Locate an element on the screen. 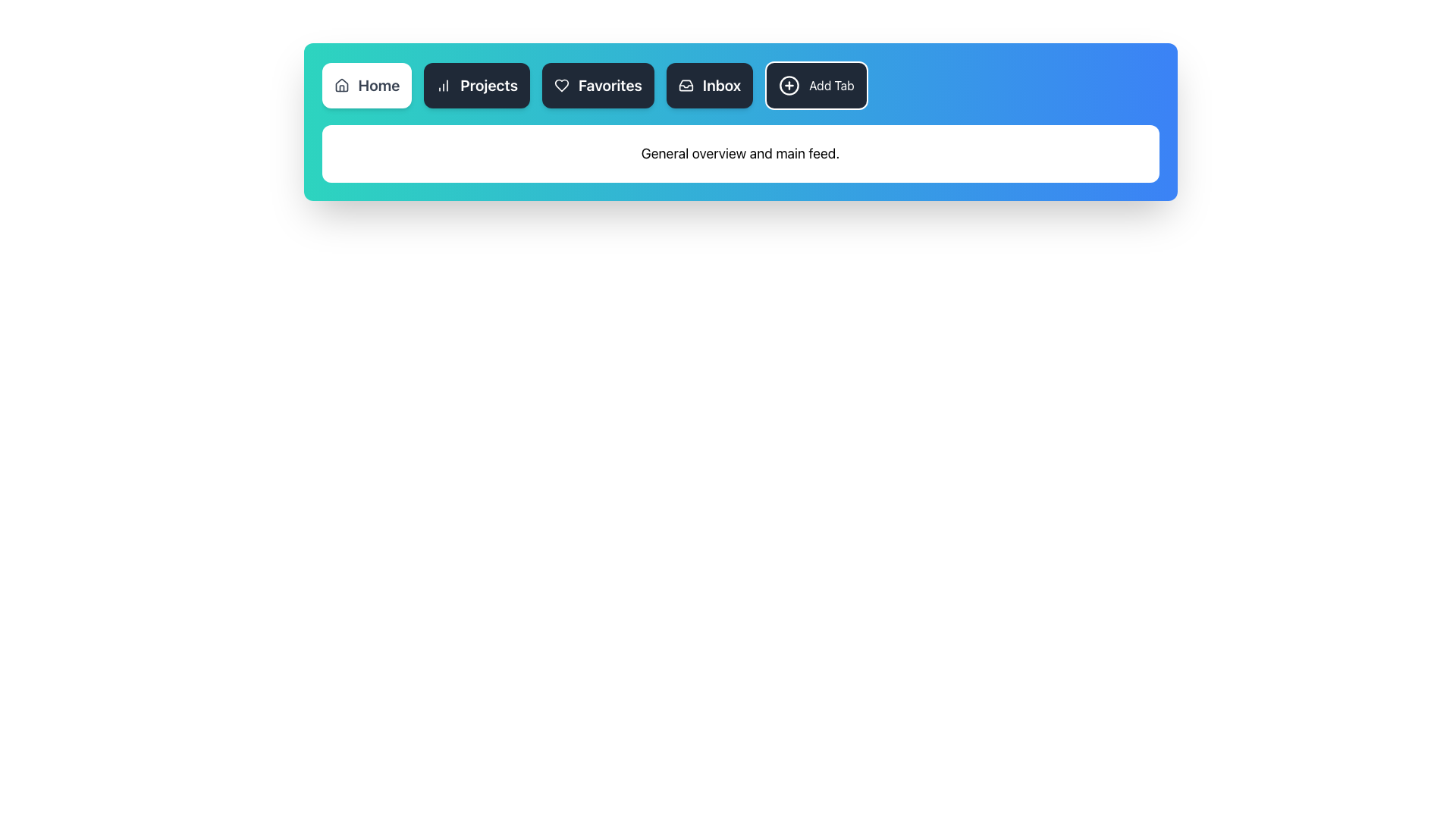 This screenshot has height=819, width=1456. the stylized inbox icon located to the left of the 'Inbox' text in the top navigation bar is located at coordinates (685, 85).